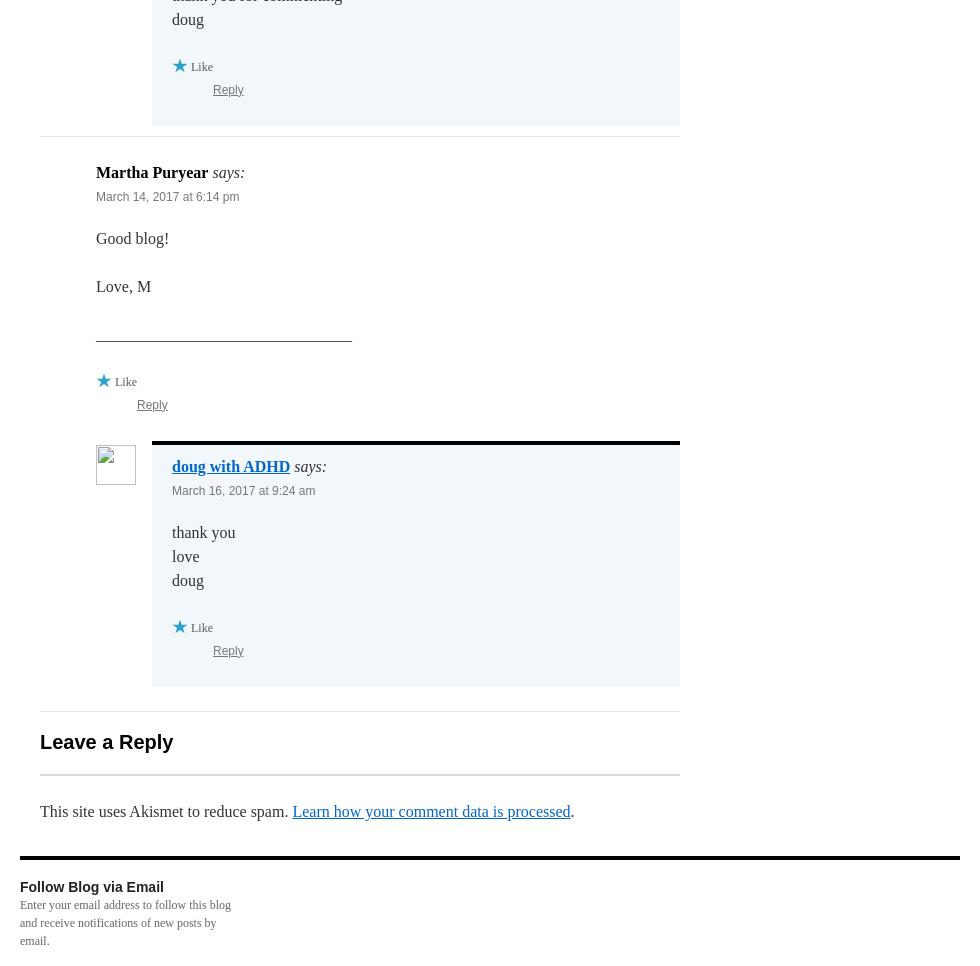 The width and height of the screenshot is (980, 966). Describe the element at coordinates (106, 741) in the screenshot. I see `'Leave a Reply'` at that location.